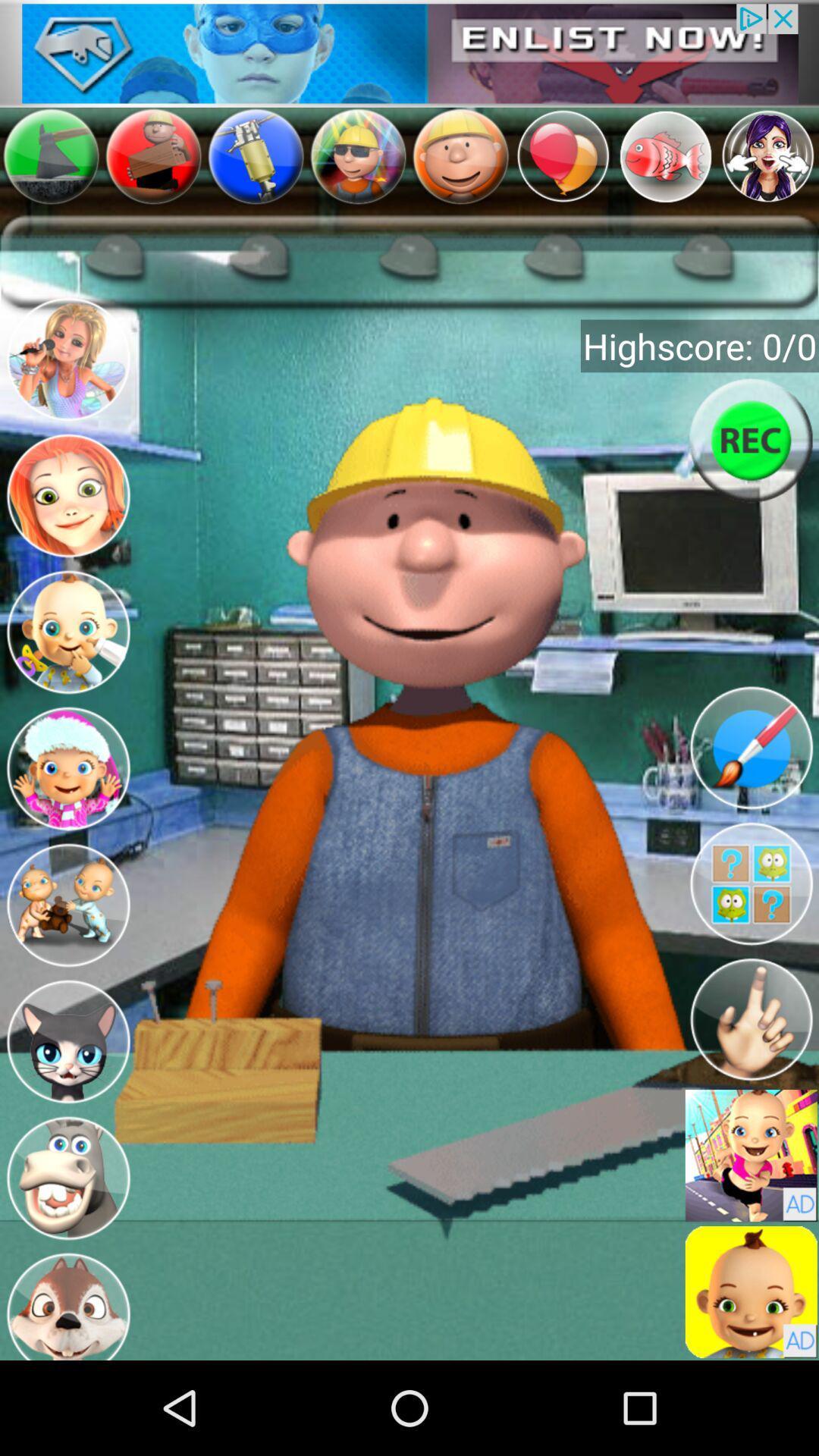 The height and width of the screenshot is (1456, 819). What do you see at coordinates (58, 728) in the screenshot?
I see `the weather icon` at bounding box center [58, 728].